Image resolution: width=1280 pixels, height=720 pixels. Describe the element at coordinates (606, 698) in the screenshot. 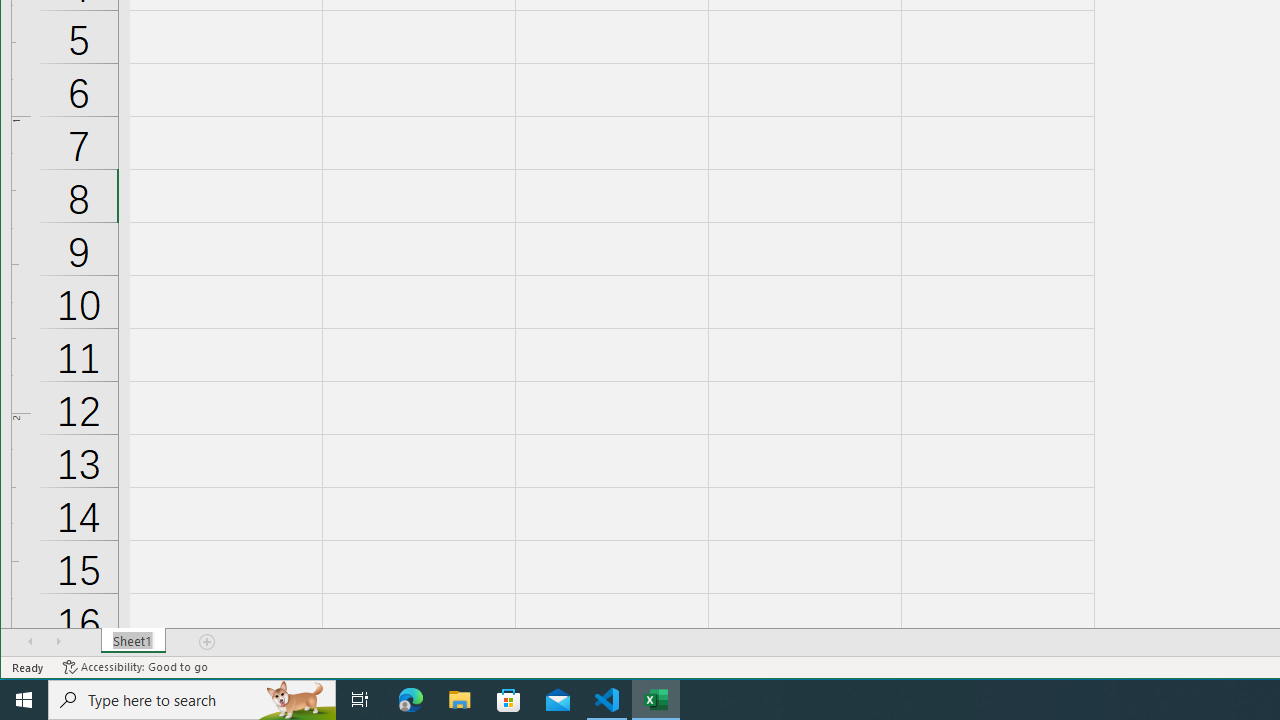

I see `'Visual Studio Code - 1 running window'` at that location.